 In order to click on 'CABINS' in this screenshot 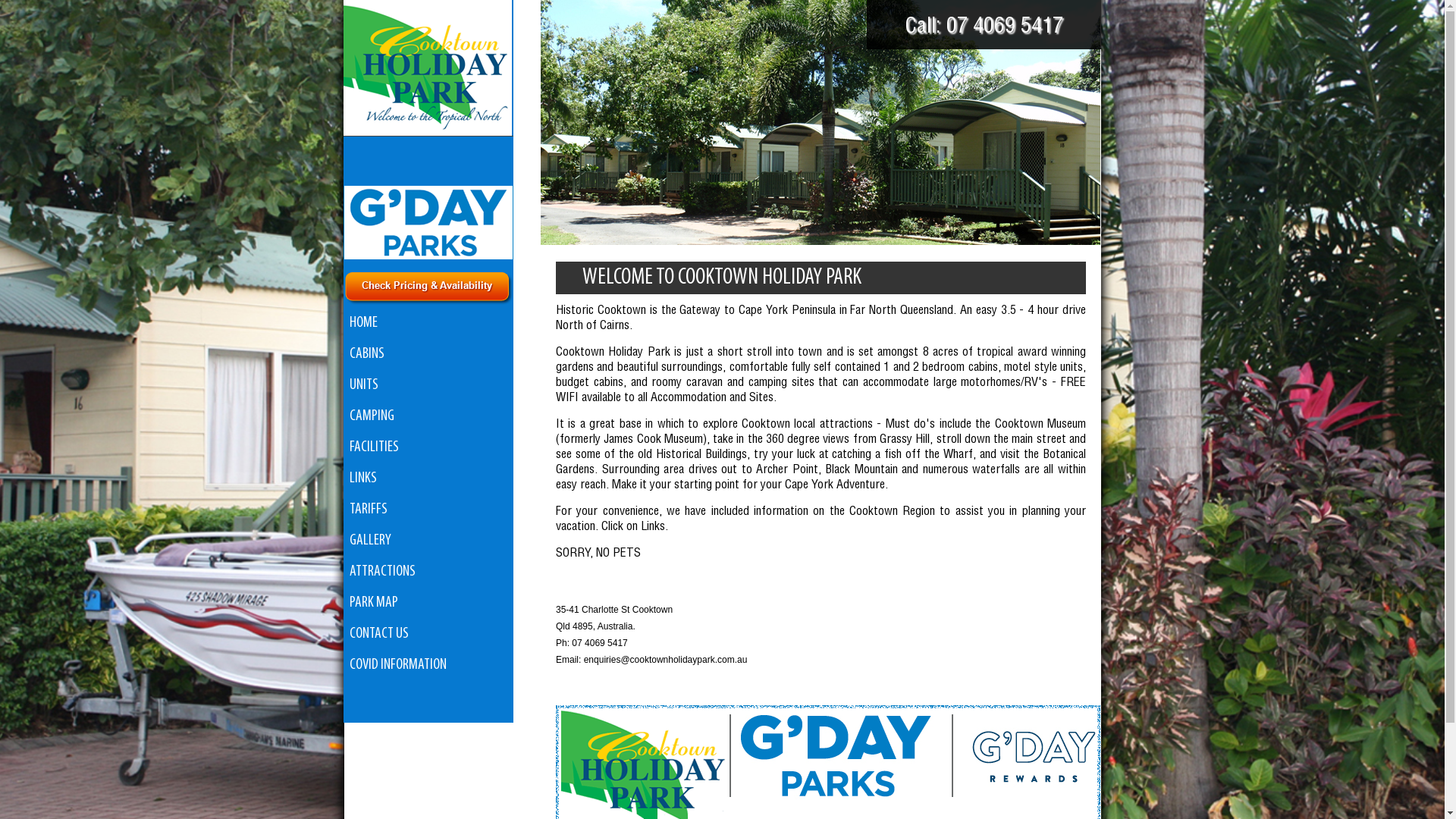, I will do `click(428, 354)`.